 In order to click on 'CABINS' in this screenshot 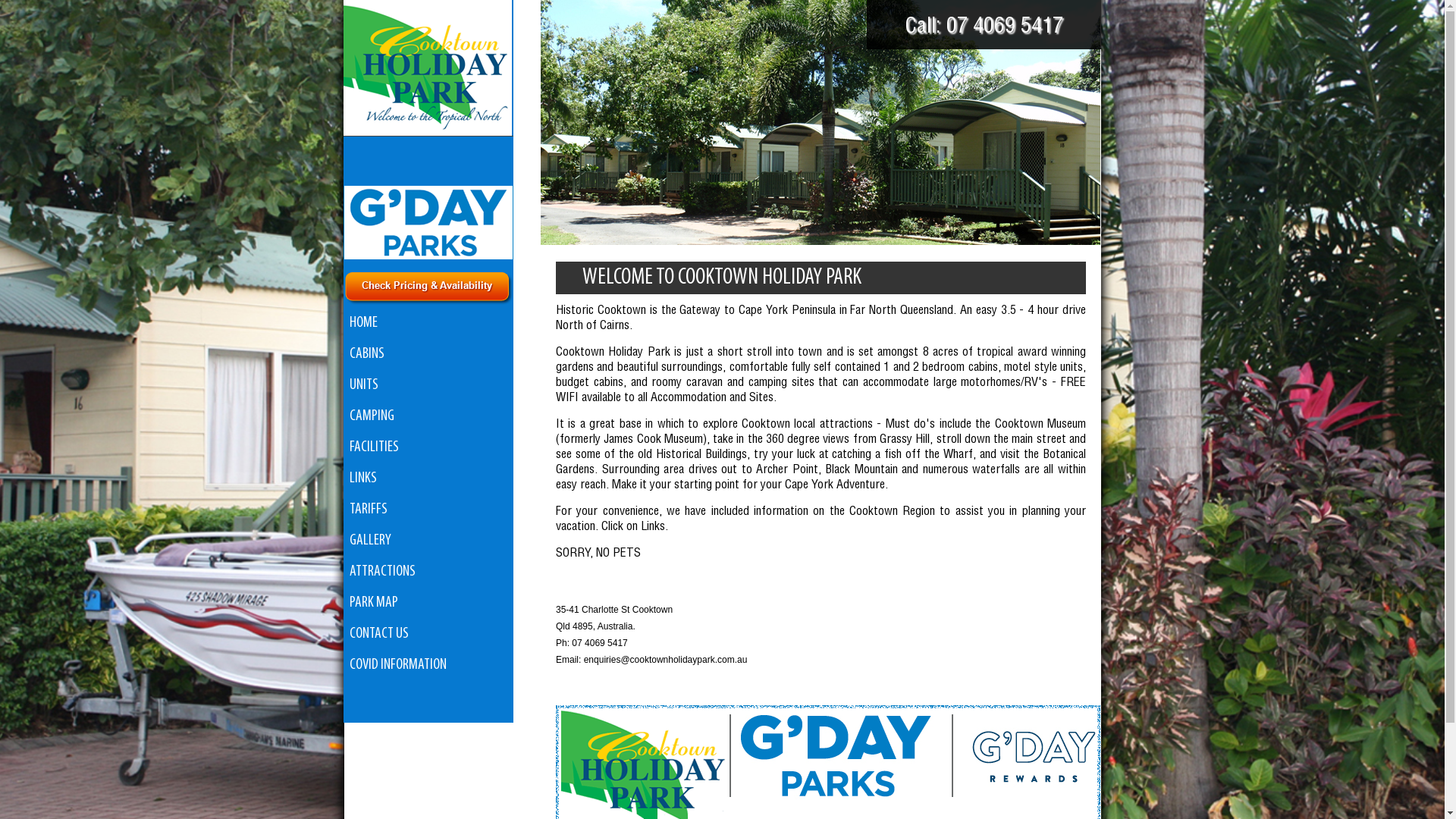, I will do `click(428, 354)`.